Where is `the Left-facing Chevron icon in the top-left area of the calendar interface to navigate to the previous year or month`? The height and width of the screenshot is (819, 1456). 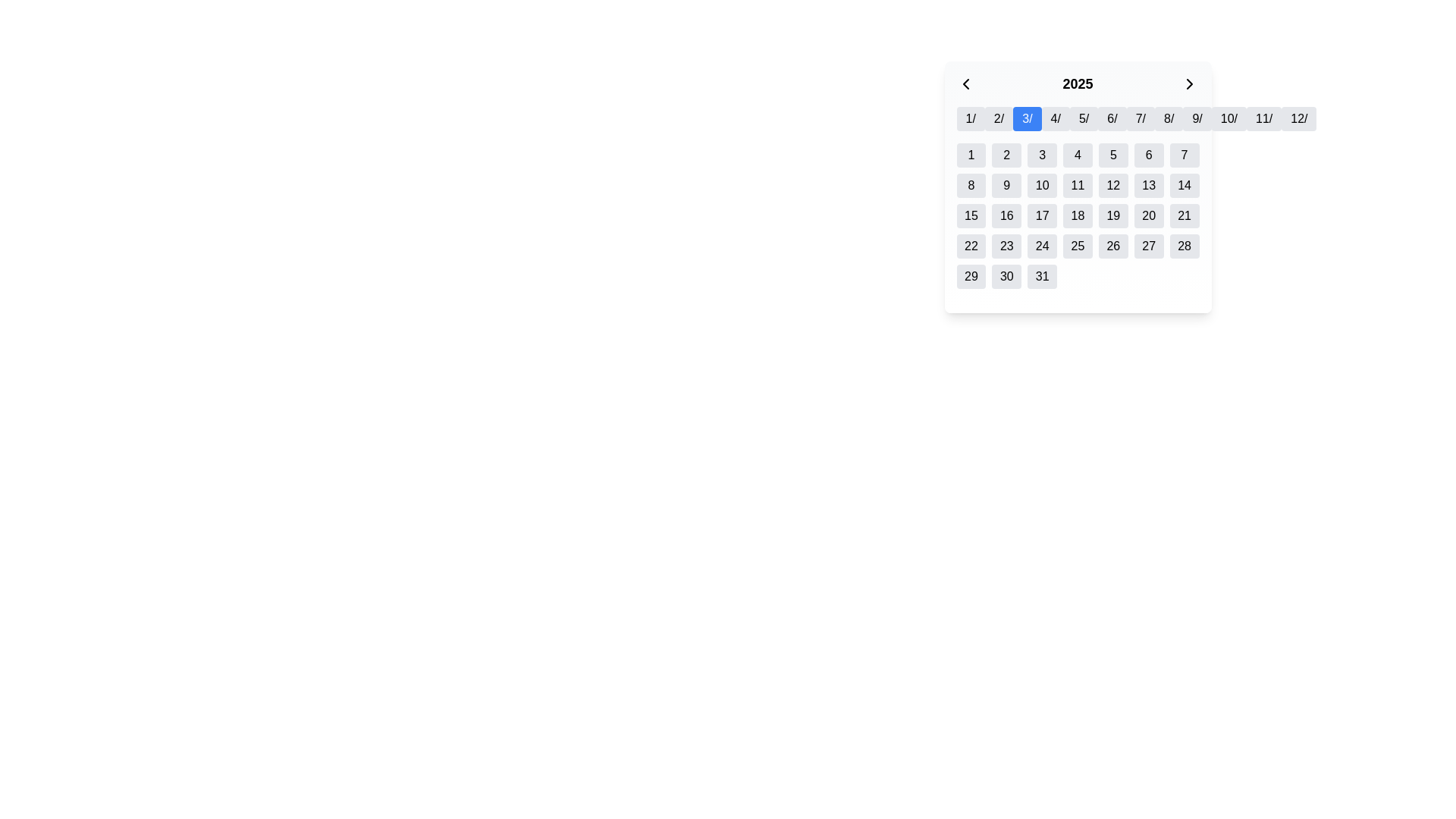
the Left-facing Chevron icon in the top-left area of the calendar interface to navigate to the previous year or month is located at coordinates (965, 84).